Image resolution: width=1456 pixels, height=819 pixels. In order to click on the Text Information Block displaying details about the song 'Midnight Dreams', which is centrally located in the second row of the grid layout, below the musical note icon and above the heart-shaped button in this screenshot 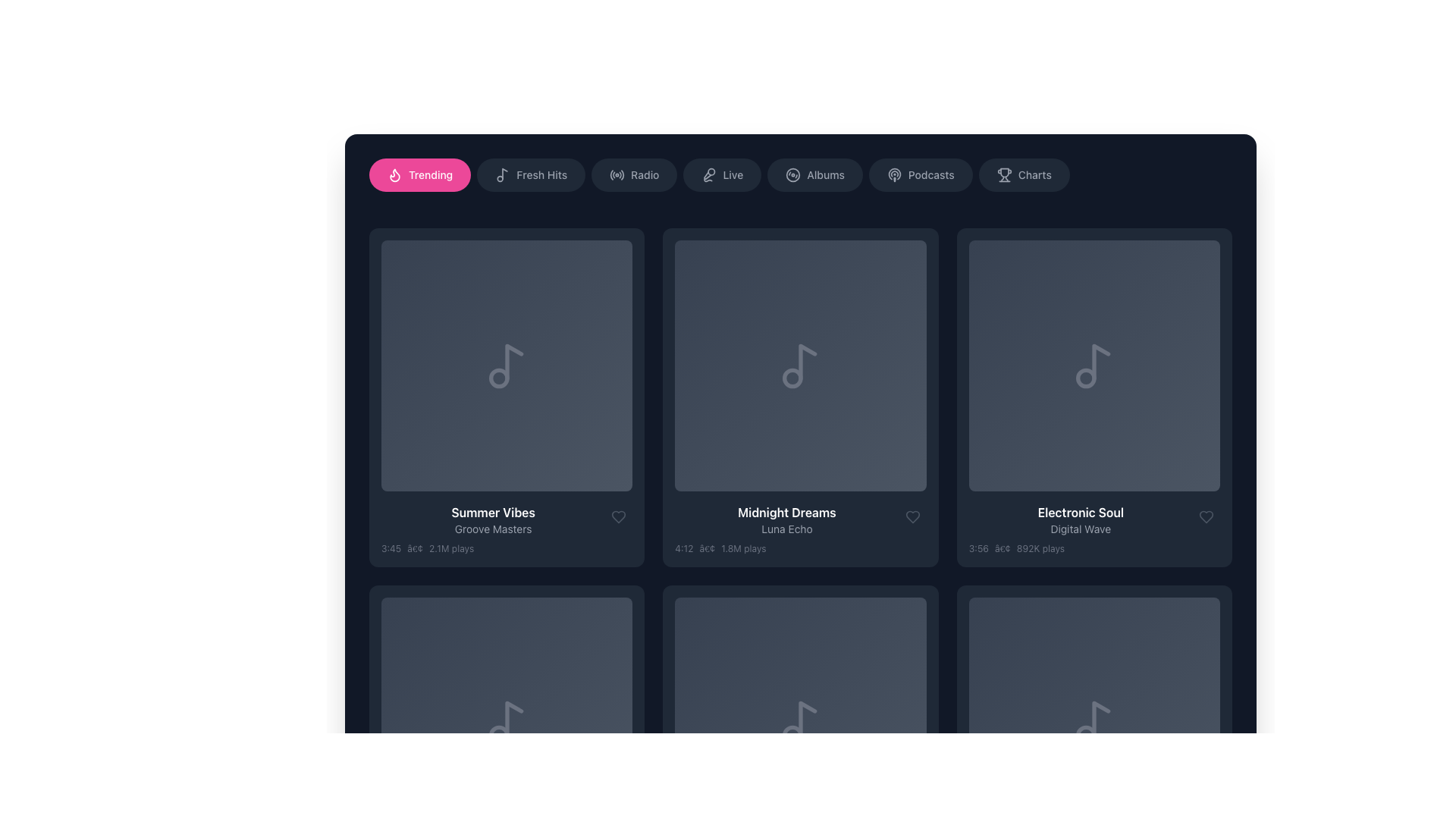, I will do `click(786, 529)`.